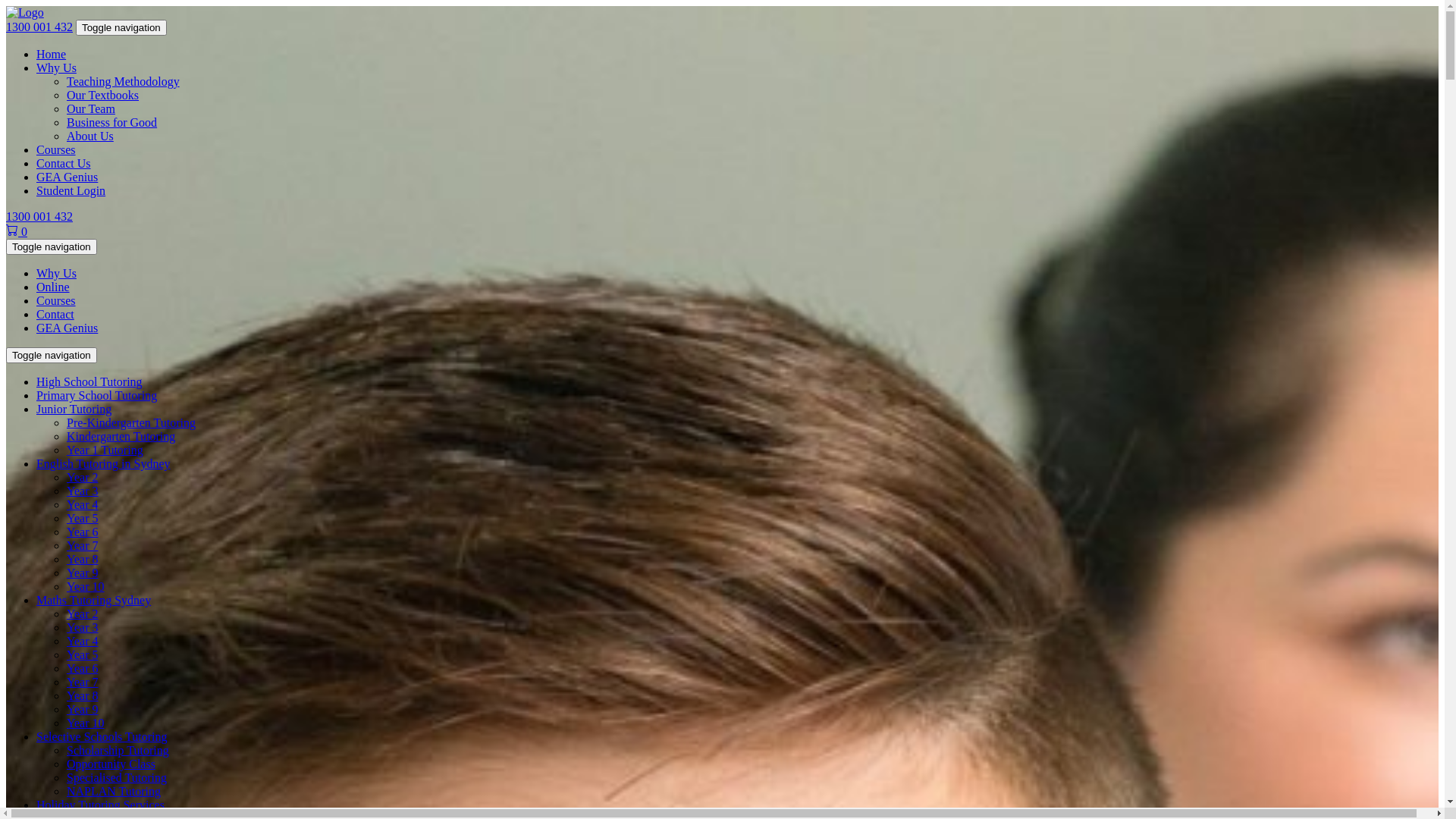 The image size is (1456, 819). What do you see at coordinates (17, 231) in the screenshot?
I see `'0'` at bounding box center [17, 231].